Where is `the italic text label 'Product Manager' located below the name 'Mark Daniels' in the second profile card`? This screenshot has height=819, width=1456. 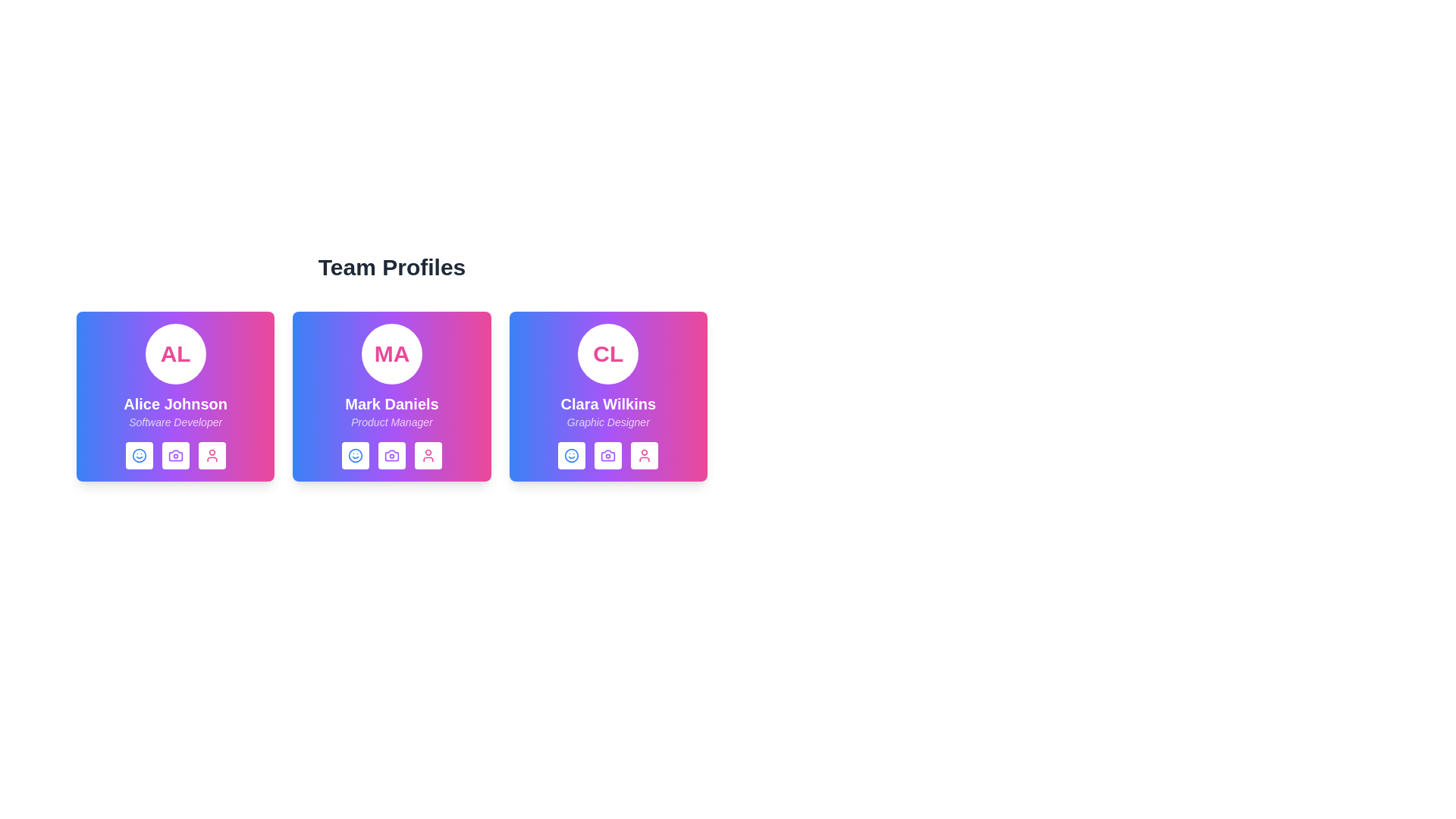 the italic text label 'Product Manager' located below the name 'Mark Daniels' in the second profile card is located at coordinates (392, 422).